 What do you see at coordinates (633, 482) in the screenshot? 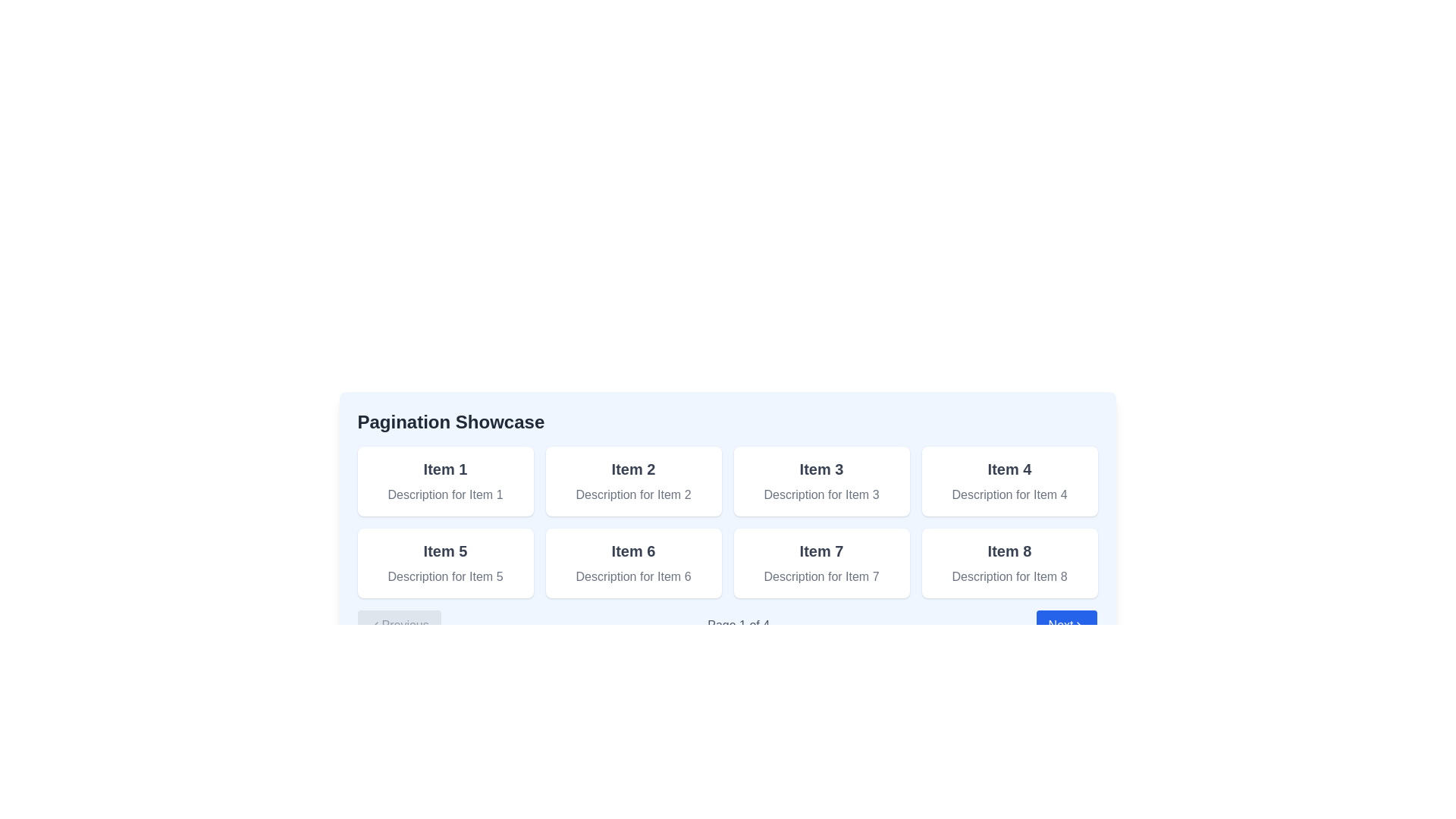
I see `the Display card positioned in the second column of the first row, which provides a summary or preview of specific content, located between 'Item 1' and 'Item 3'` at bounding box center [633, 482].